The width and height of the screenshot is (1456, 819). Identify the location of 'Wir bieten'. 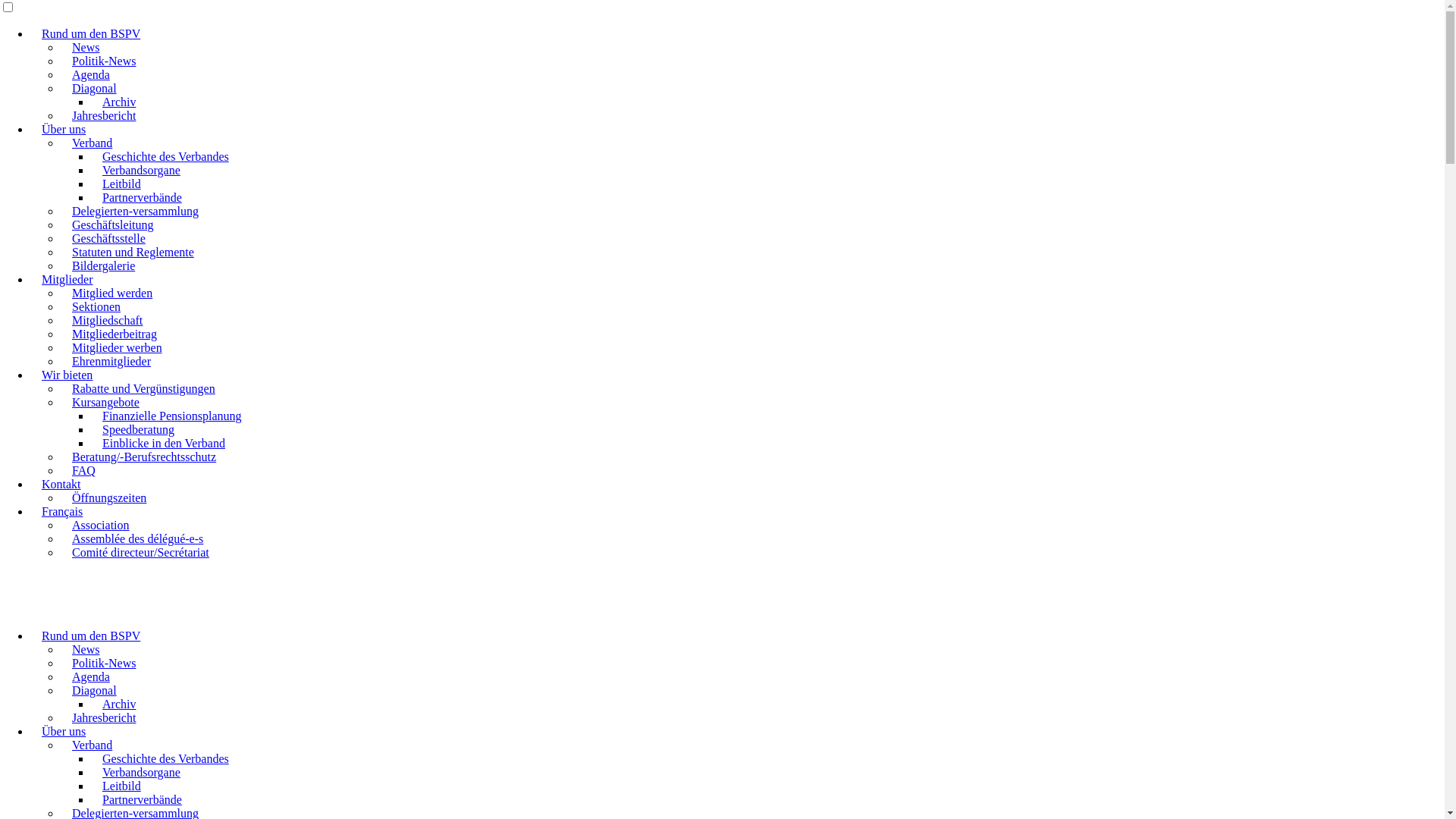
(66, 375).